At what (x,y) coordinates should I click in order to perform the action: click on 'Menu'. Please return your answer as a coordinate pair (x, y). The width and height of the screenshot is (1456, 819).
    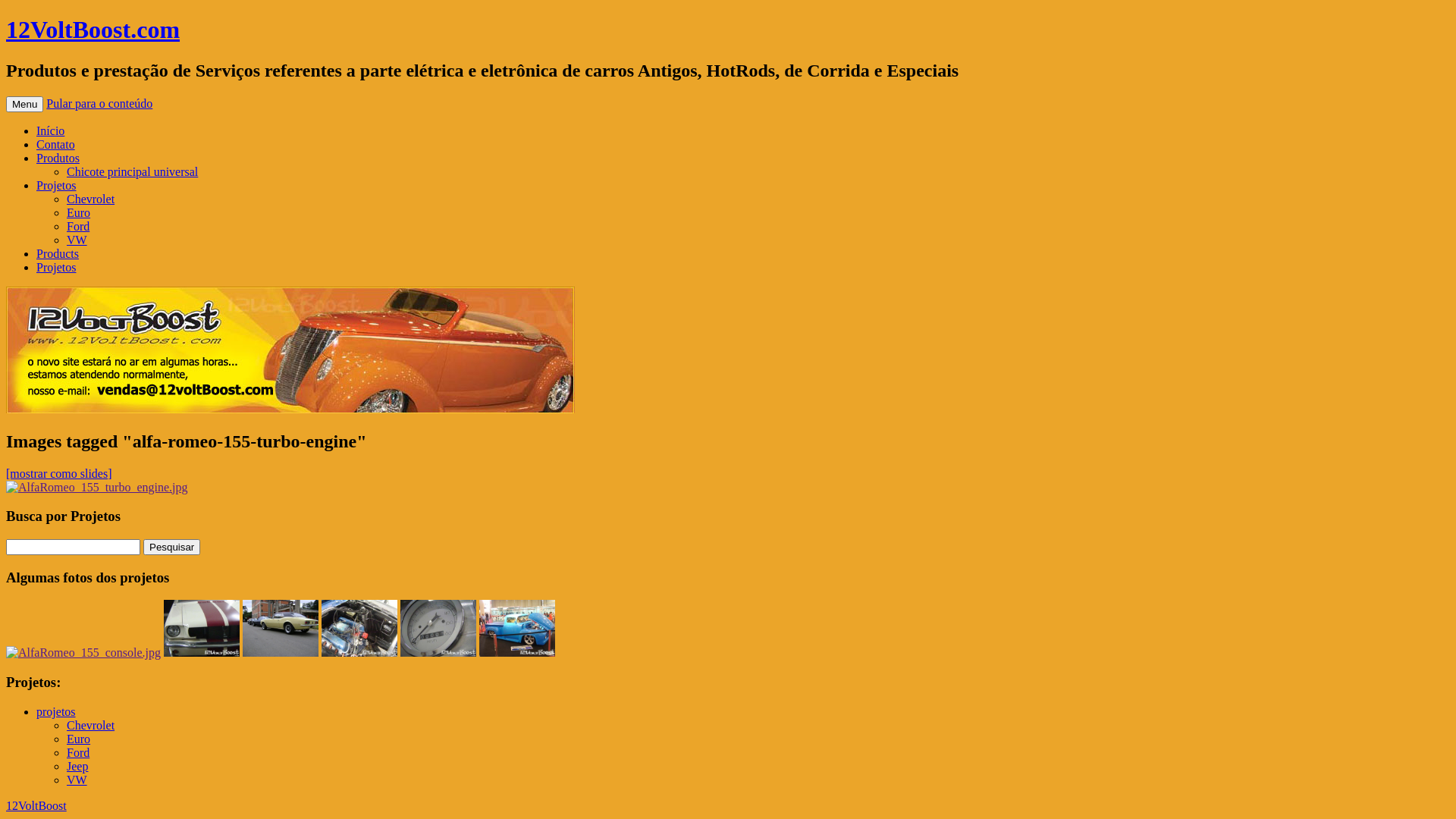
    Looking at the image, I should click on (24, 103).